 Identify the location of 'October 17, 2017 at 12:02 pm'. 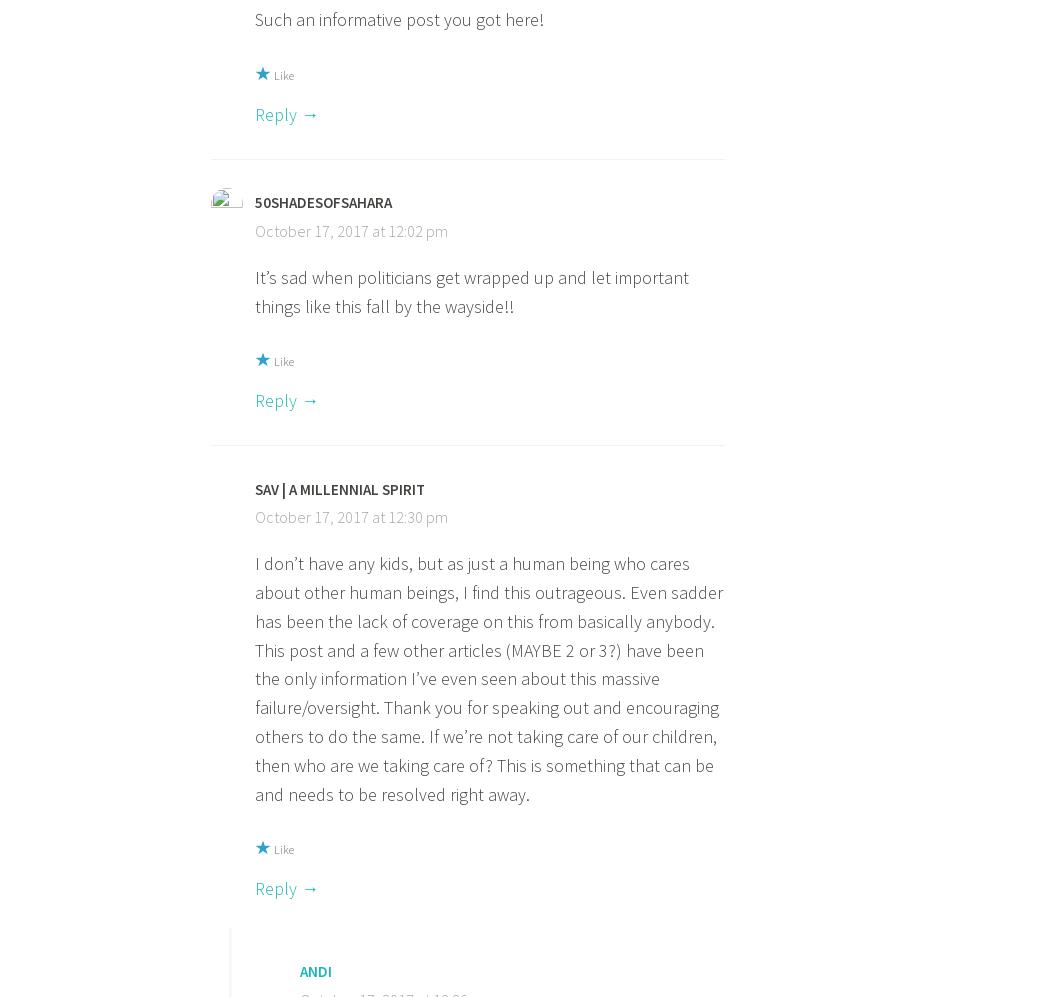
(255, 230).